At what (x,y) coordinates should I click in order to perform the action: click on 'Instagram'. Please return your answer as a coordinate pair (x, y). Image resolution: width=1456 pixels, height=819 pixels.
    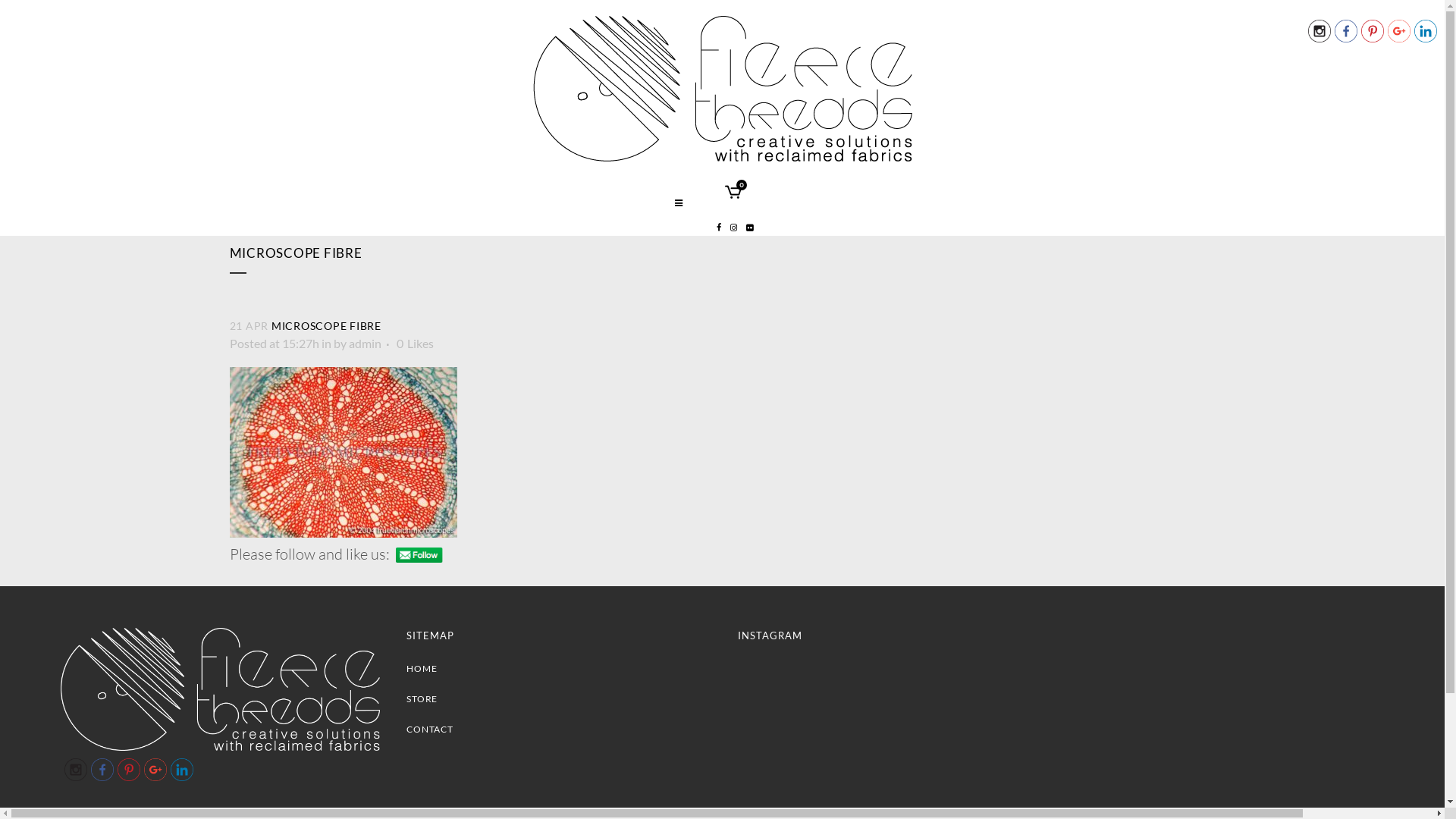
    Looking at the image, I should click on (75, 769).